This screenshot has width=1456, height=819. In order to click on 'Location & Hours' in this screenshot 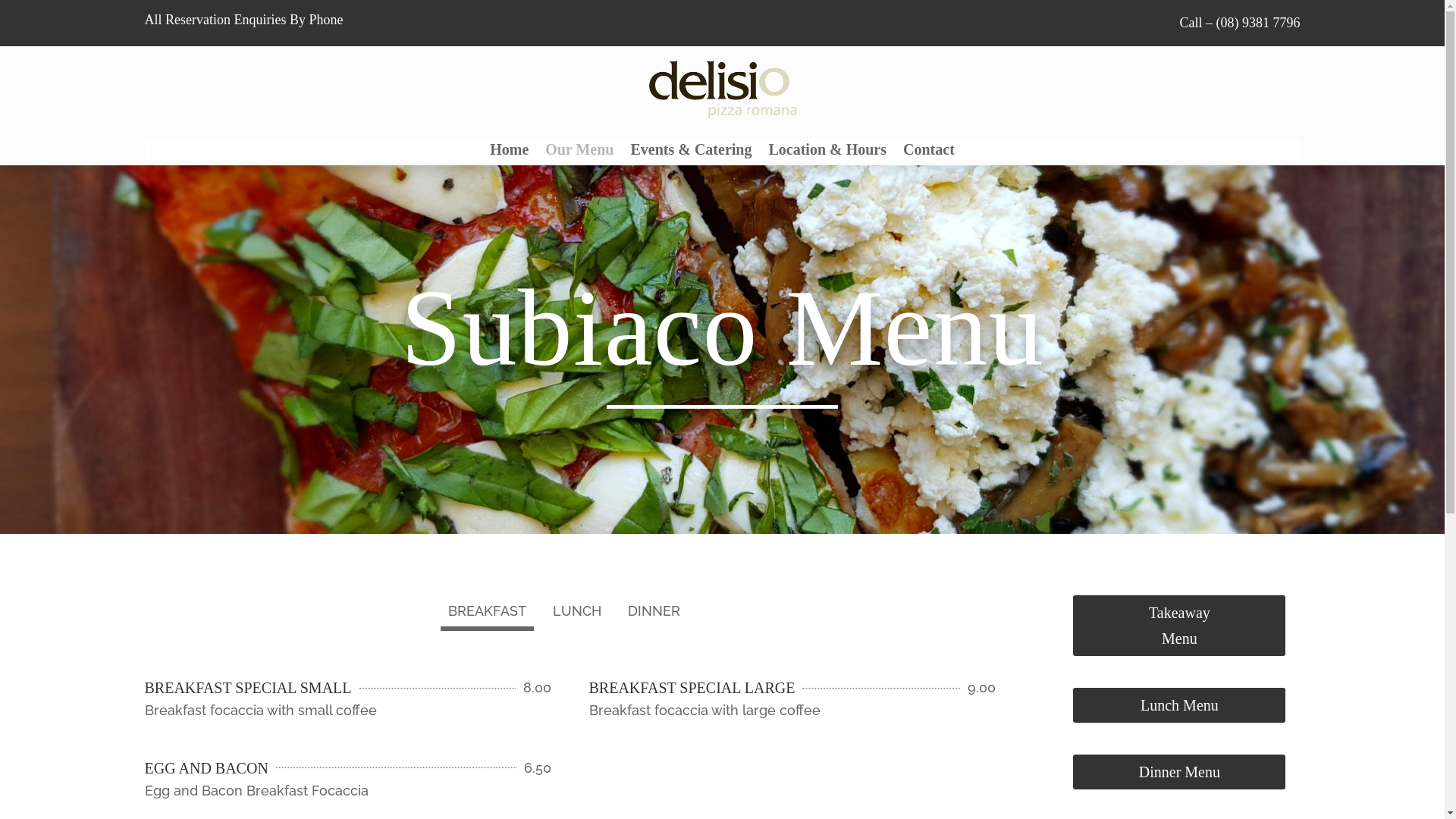, I will do `click(826, 152)`.